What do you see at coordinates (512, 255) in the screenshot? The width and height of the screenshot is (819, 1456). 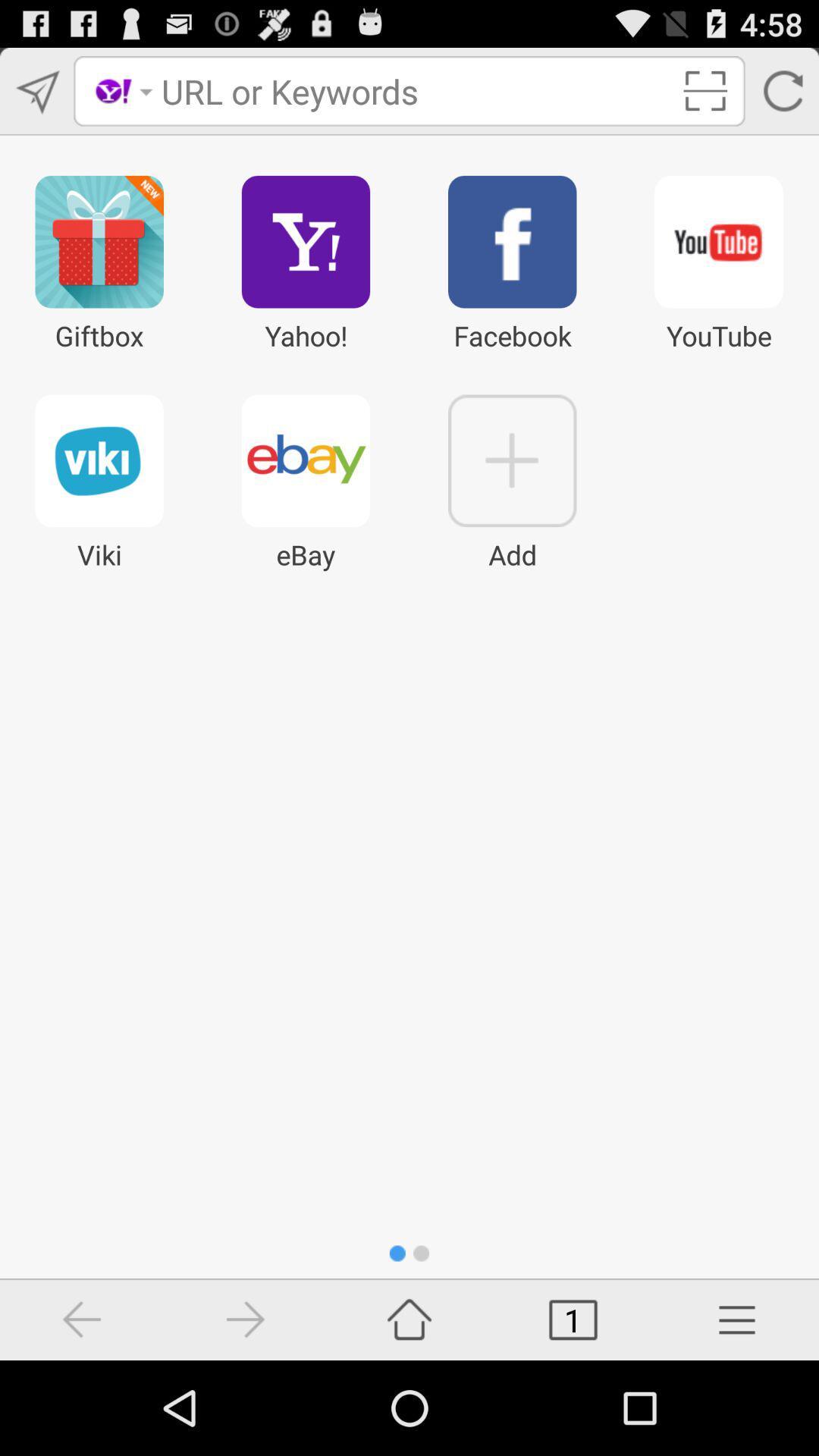 I see `facebook` at bounding box center [512, 255].